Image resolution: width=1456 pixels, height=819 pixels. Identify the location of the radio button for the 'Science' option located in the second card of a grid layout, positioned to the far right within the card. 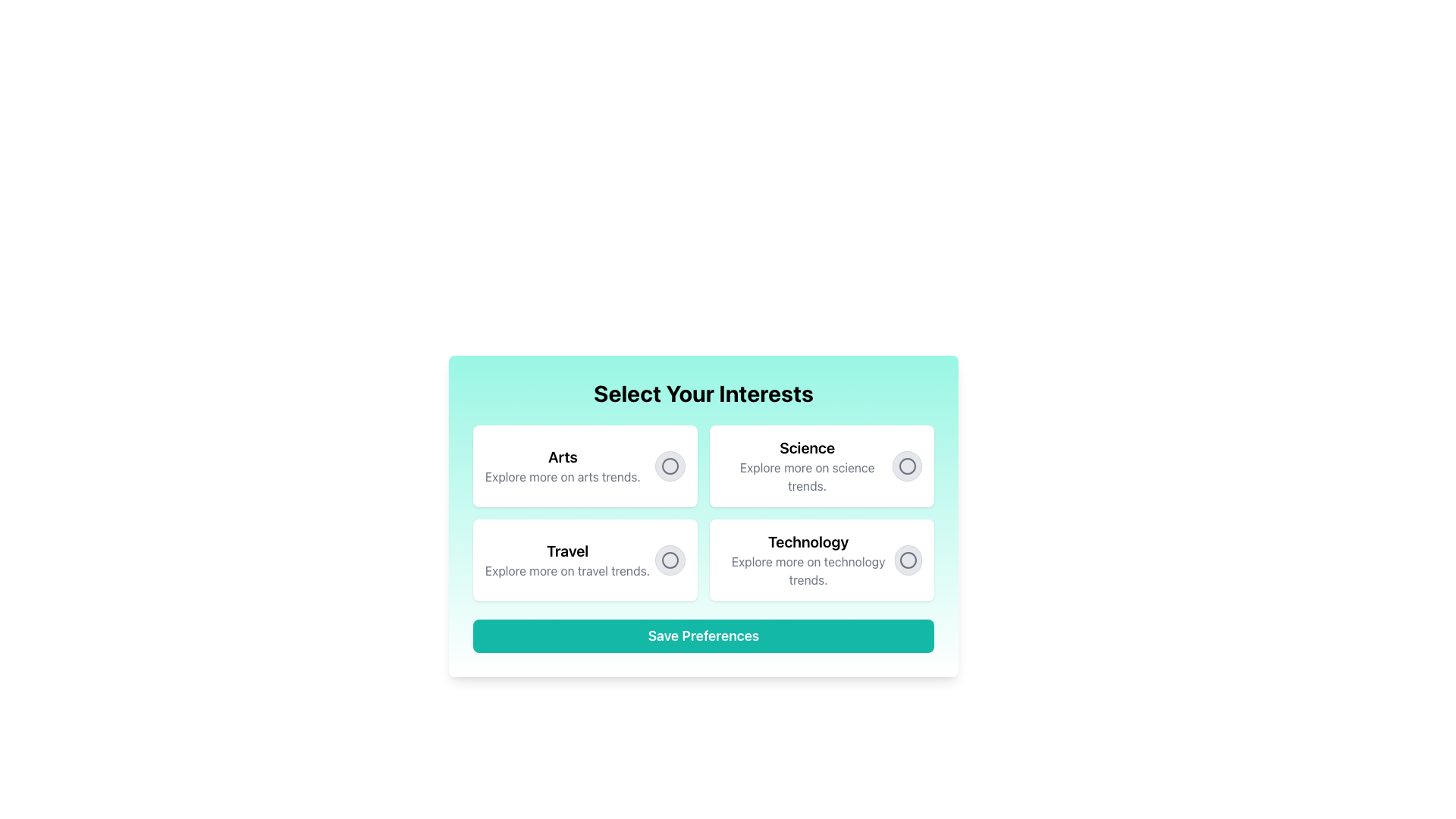
(907, 465).